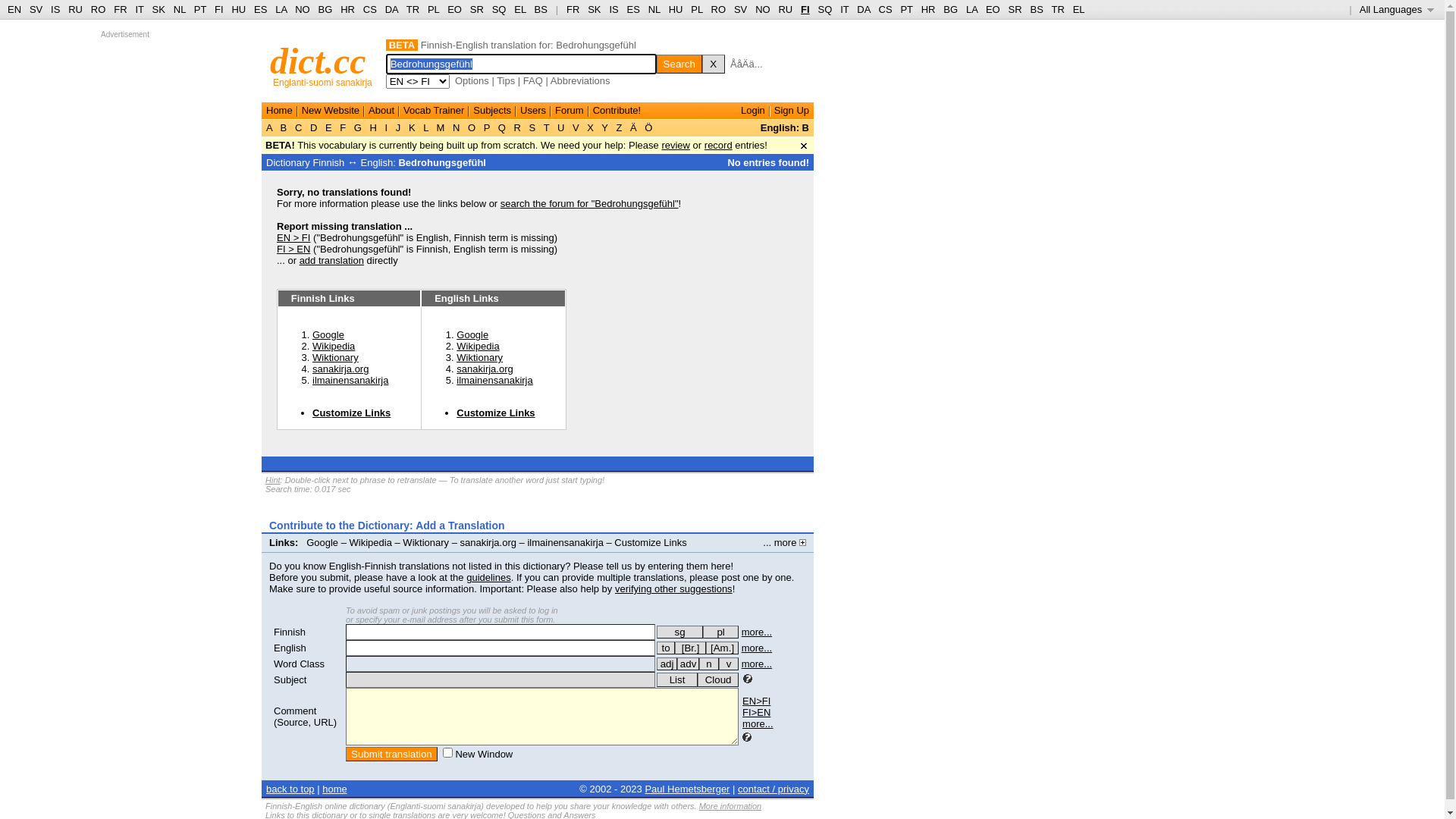  What do you see at coordinates (331, 259) in the screenshot?
I see `'add translation'` at bounding box center [331, 259].